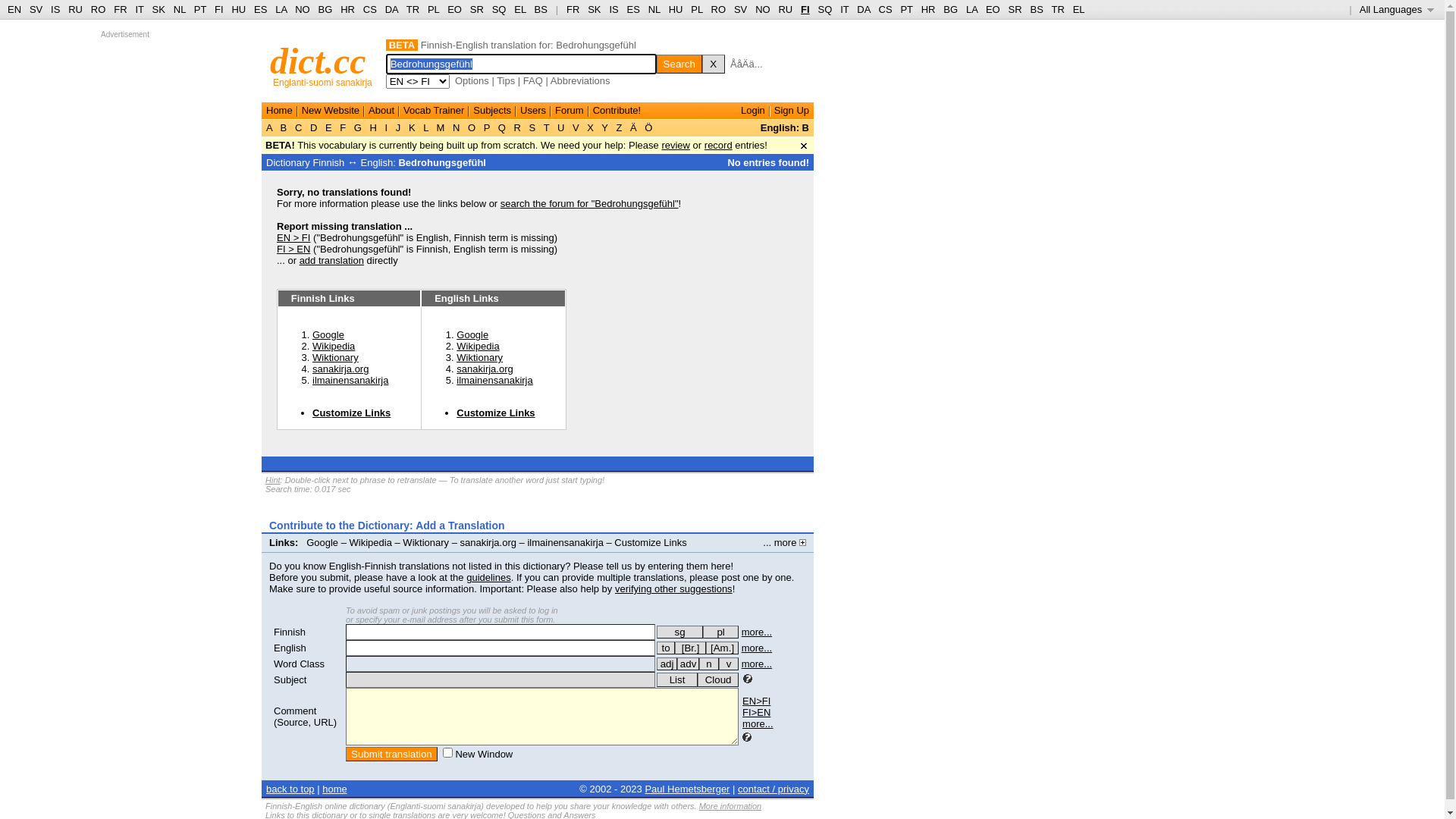  What do you see at coordinates (331, 259) in the screenshot?
I see `'add translation'` at bounding box center [331, 259].